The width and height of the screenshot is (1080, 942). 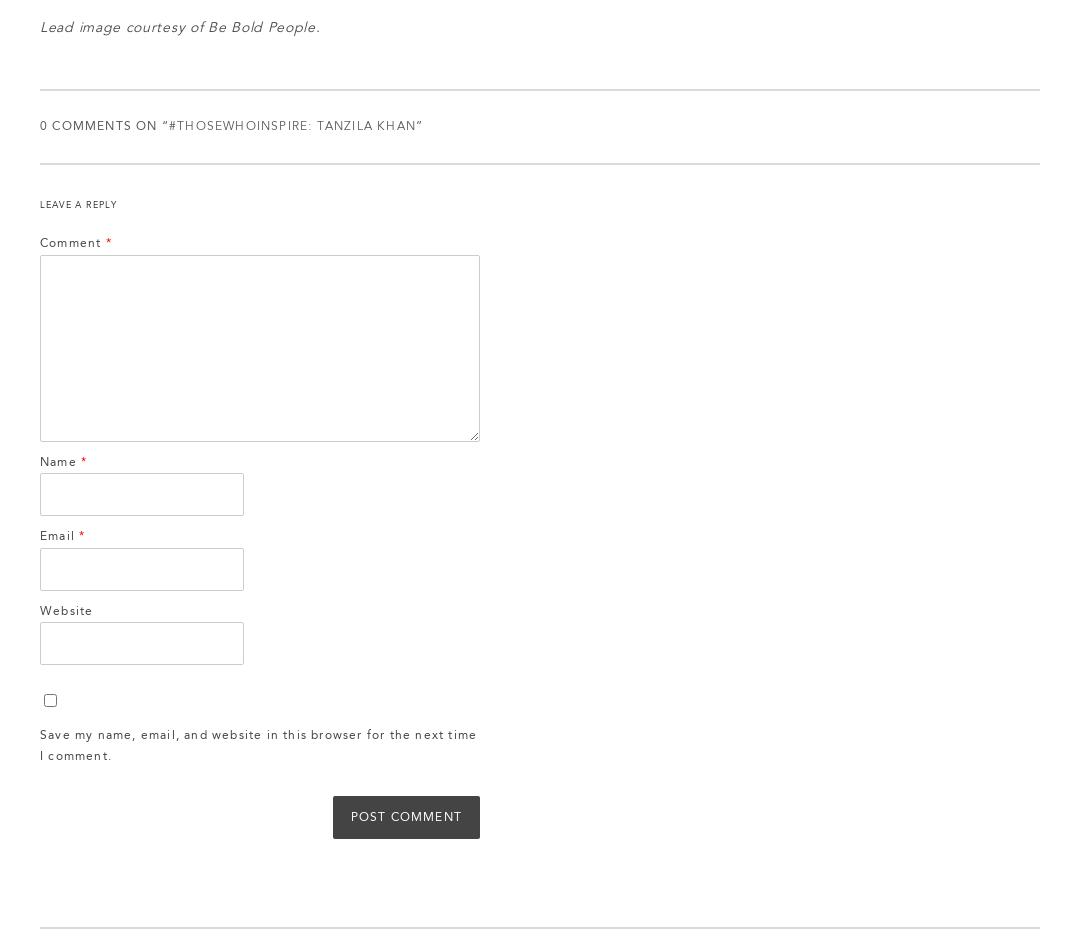 What do you see at coordinates (58, 536) in the screenshot?
I see `'Email'` at bounding box center [58, 536].